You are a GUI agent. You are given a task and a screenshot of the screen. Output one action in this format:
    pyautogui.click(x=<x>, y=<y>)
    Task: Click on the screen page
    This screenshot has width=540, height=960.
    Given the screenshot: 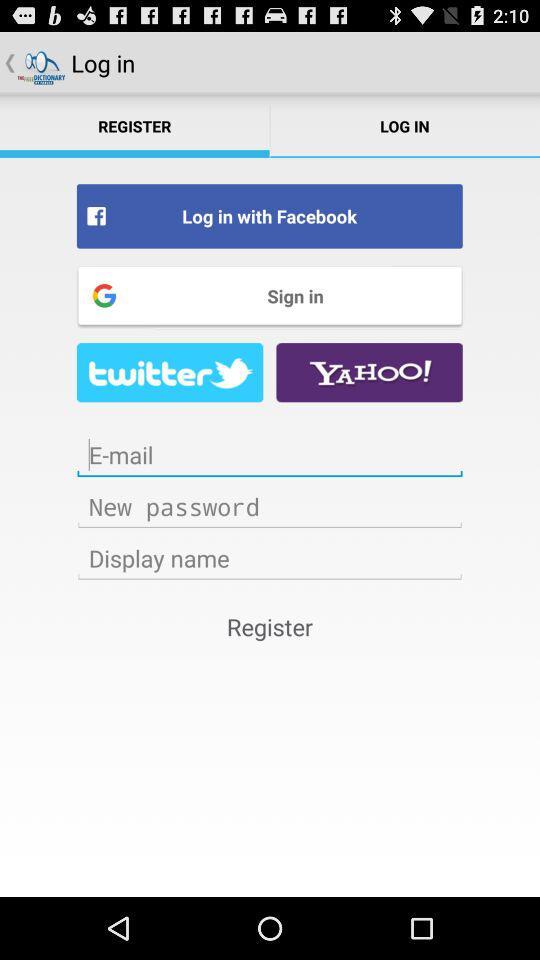 What is the action you would take?
    pyautogui.click(x=270, y=455)
    